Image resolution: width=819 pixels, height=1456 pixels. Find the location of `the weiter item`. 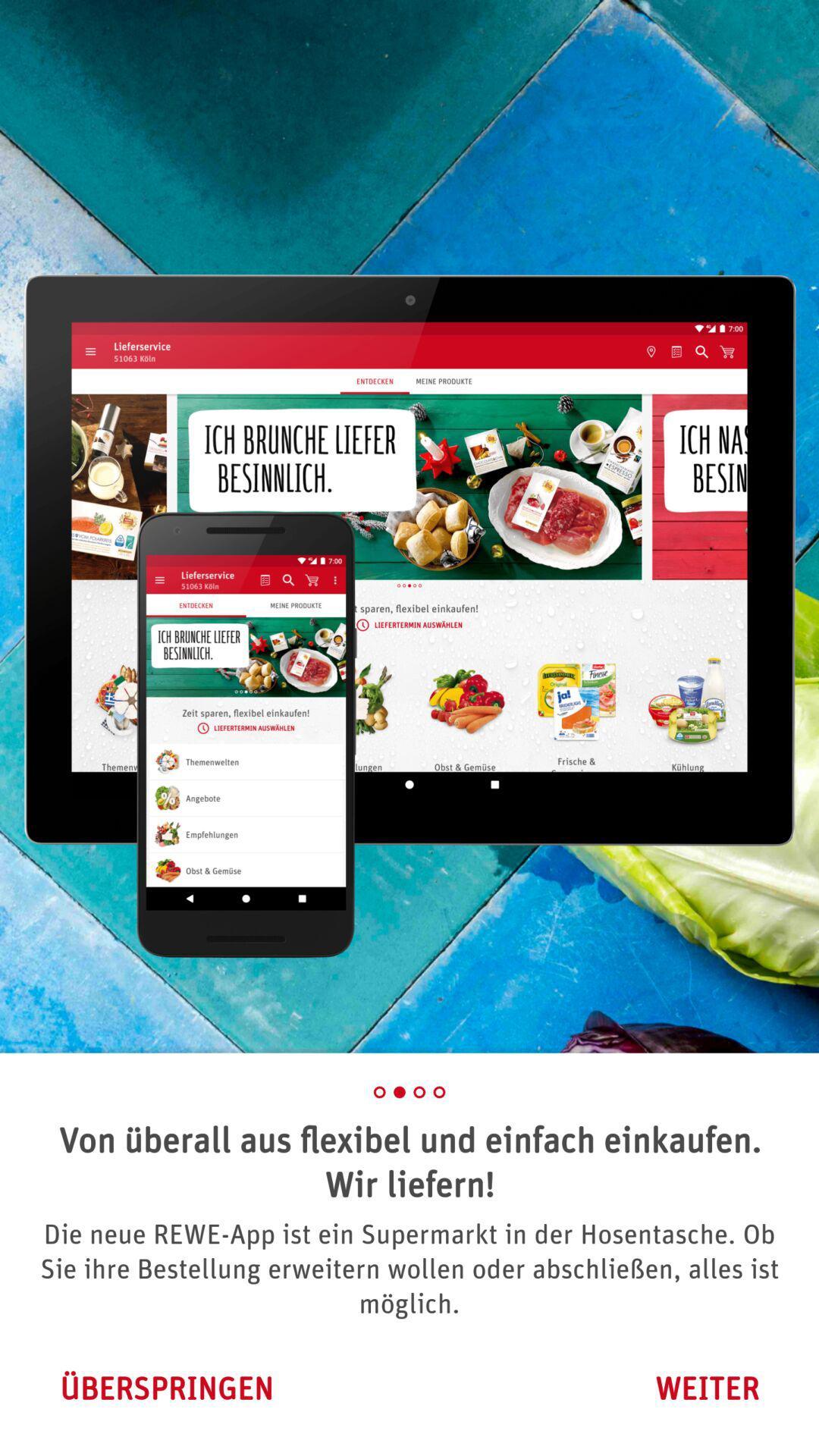

the weiter item is located at coordinates (707, 1388).